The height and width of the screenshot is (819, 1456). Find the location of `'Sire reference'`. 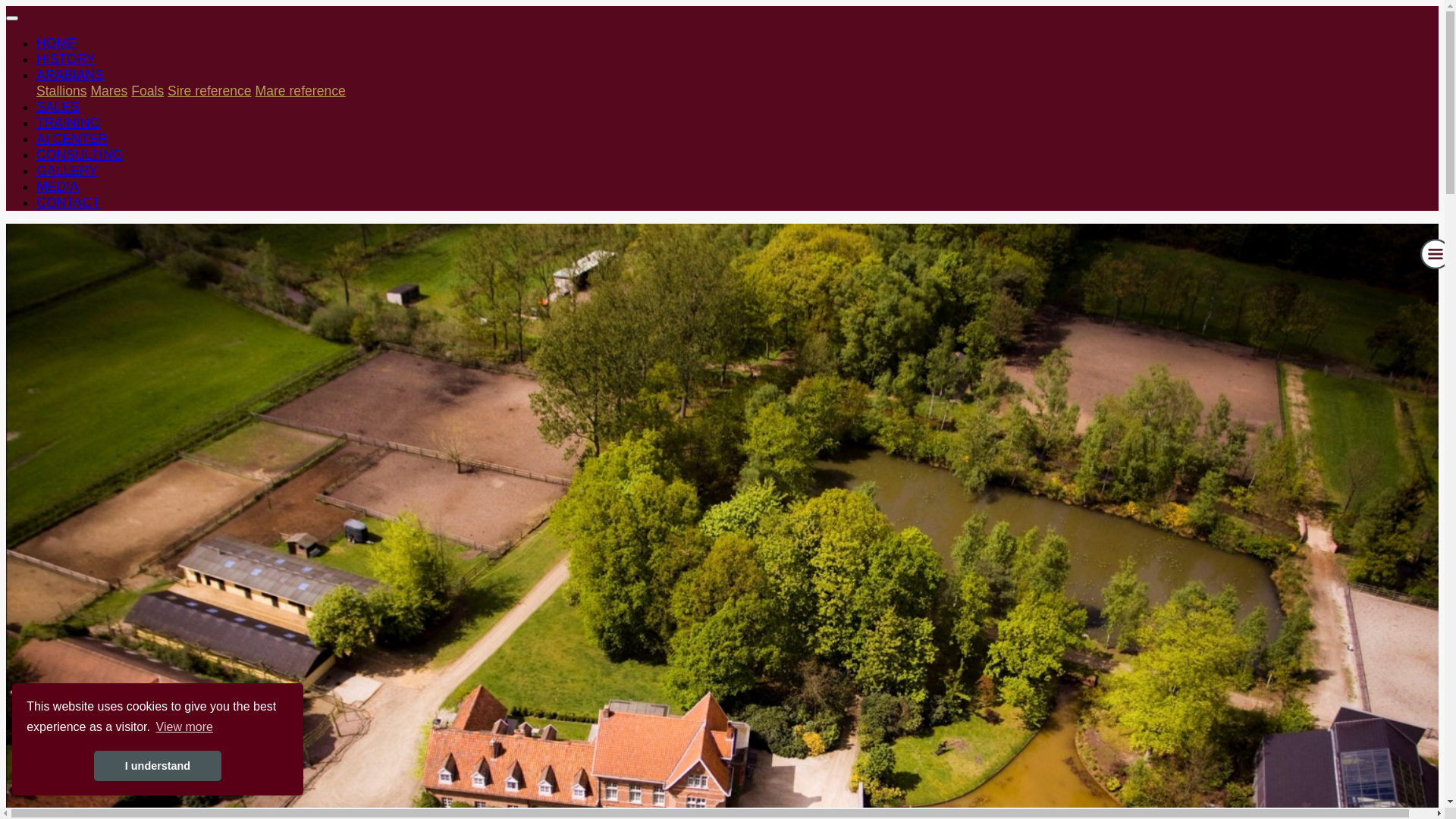

'Sire reference' is located at coordinates (209, 90).